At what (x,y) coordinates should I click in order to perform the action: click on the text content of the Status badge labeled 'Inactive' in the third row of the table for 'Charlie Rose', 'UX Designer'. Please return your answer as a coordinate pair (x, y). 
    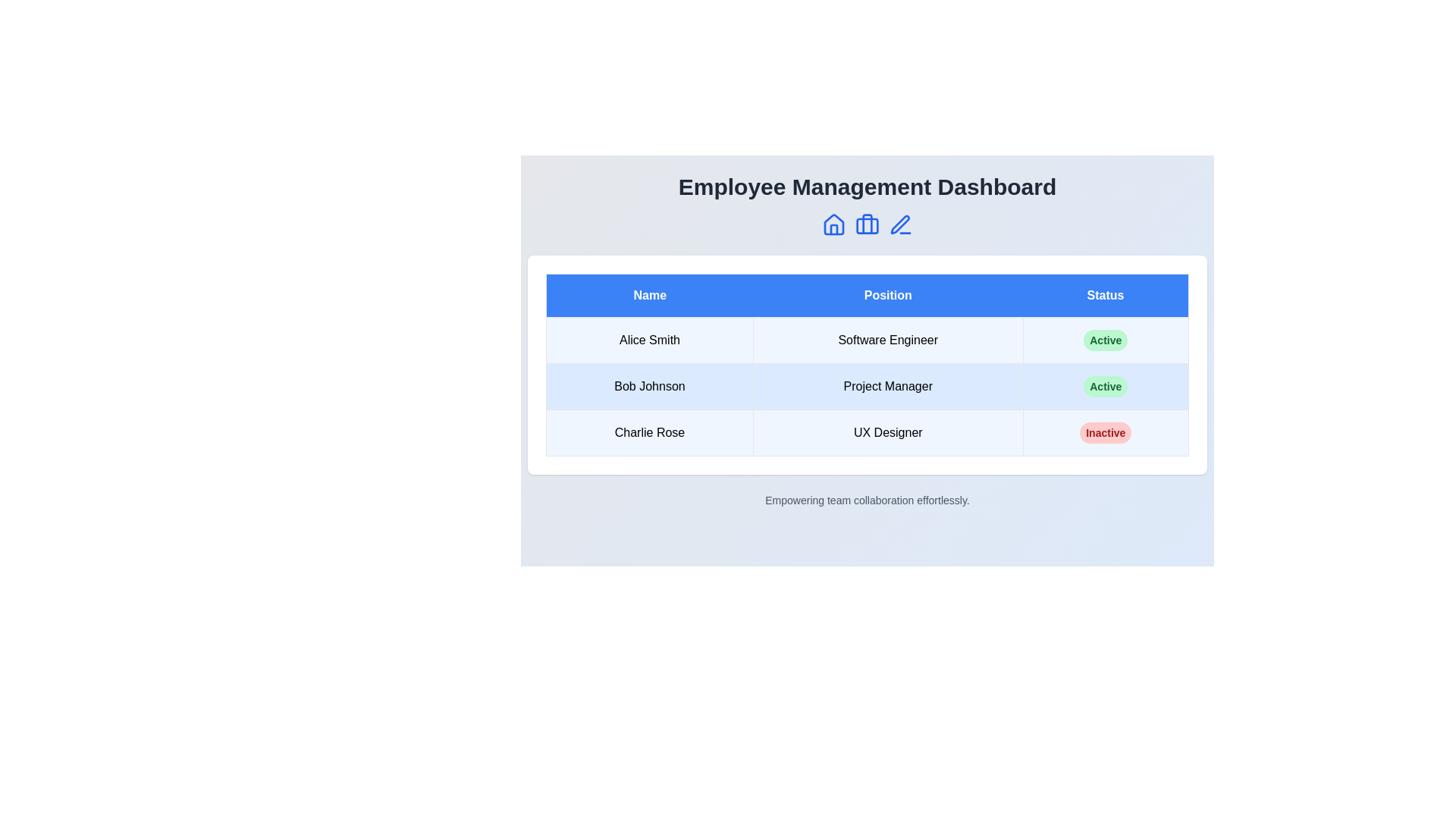
    Looking at the image, I should click on (1106, 432).